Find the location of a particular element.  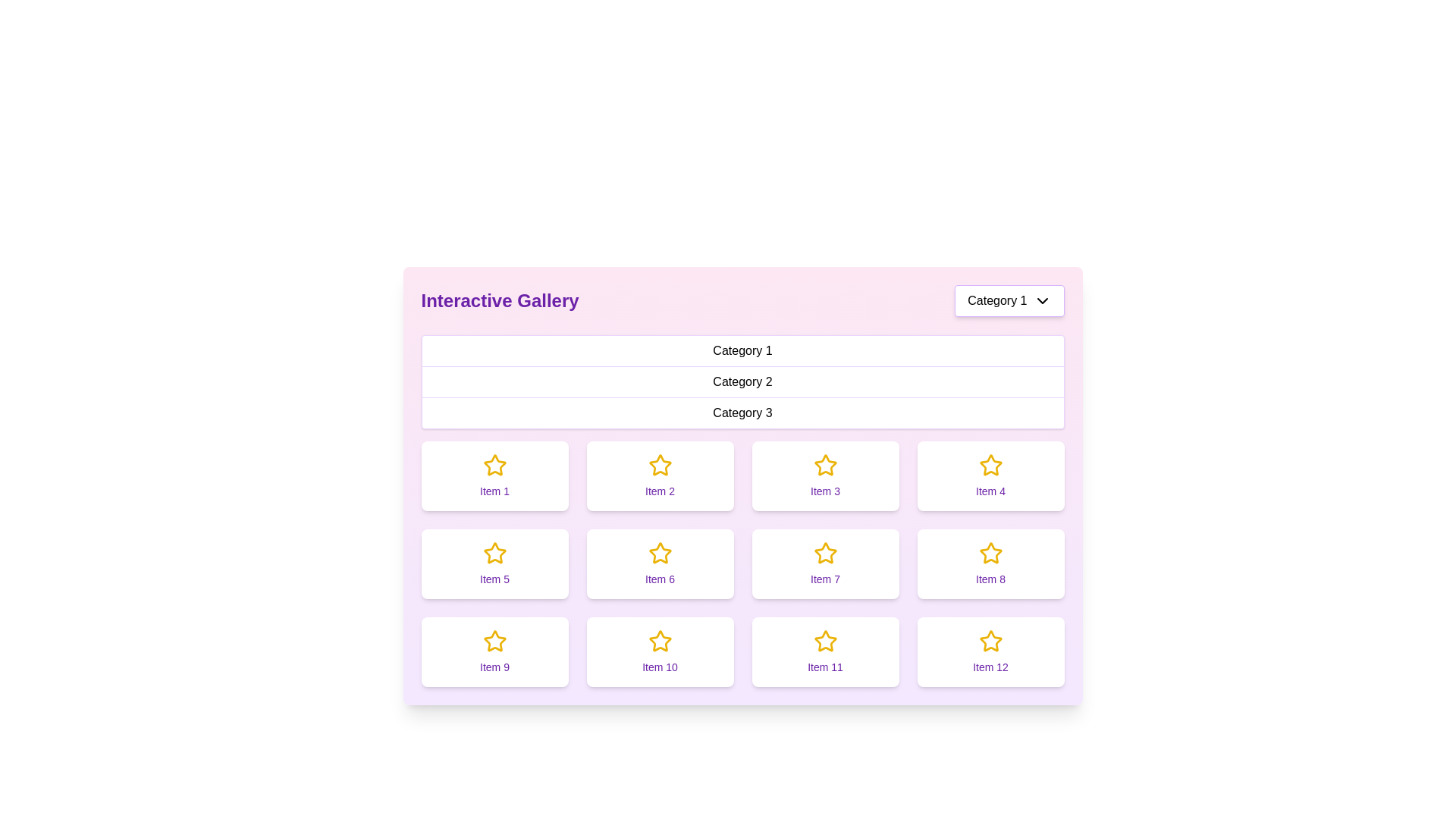

the rectangular card with rounded corners, white background, yellow star icon, and purple text 'Item 7', which is the third item in the second row of a 4-column grid layout is located at coordinates (824, 564).